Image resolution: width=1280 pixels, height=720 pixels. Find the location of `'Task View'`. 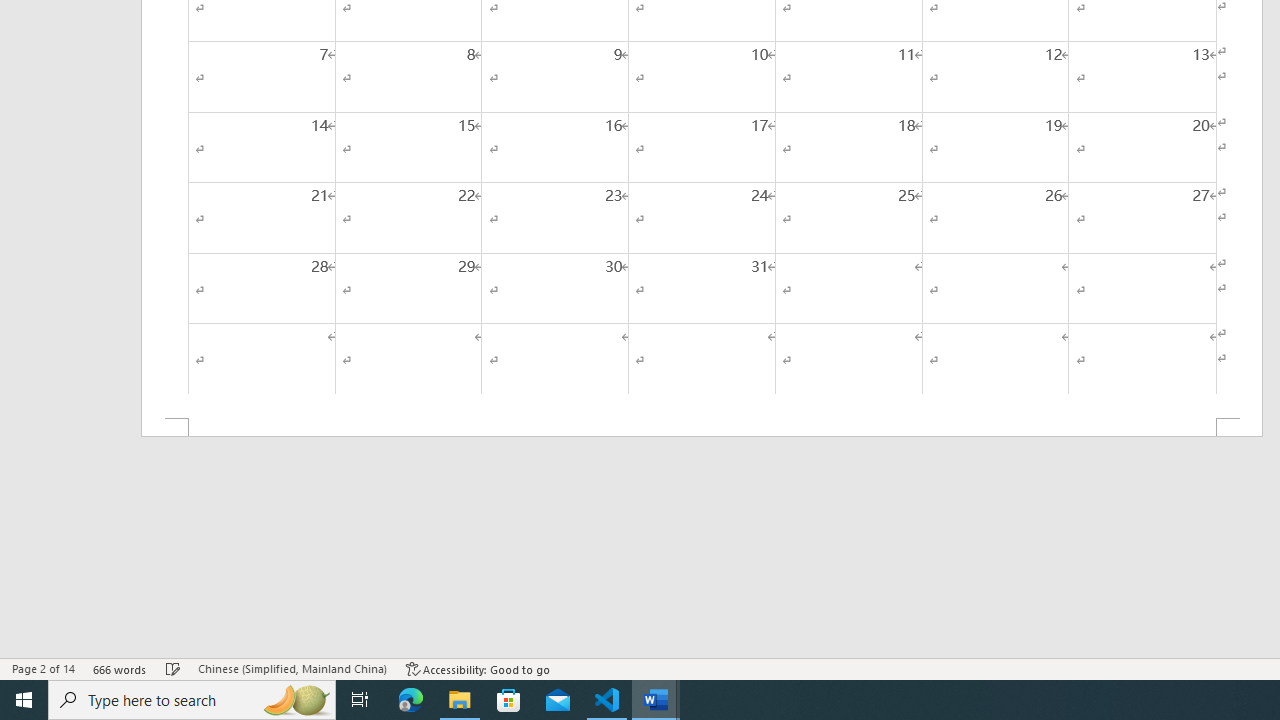

'Task View' is located at coordinates (359, 698).